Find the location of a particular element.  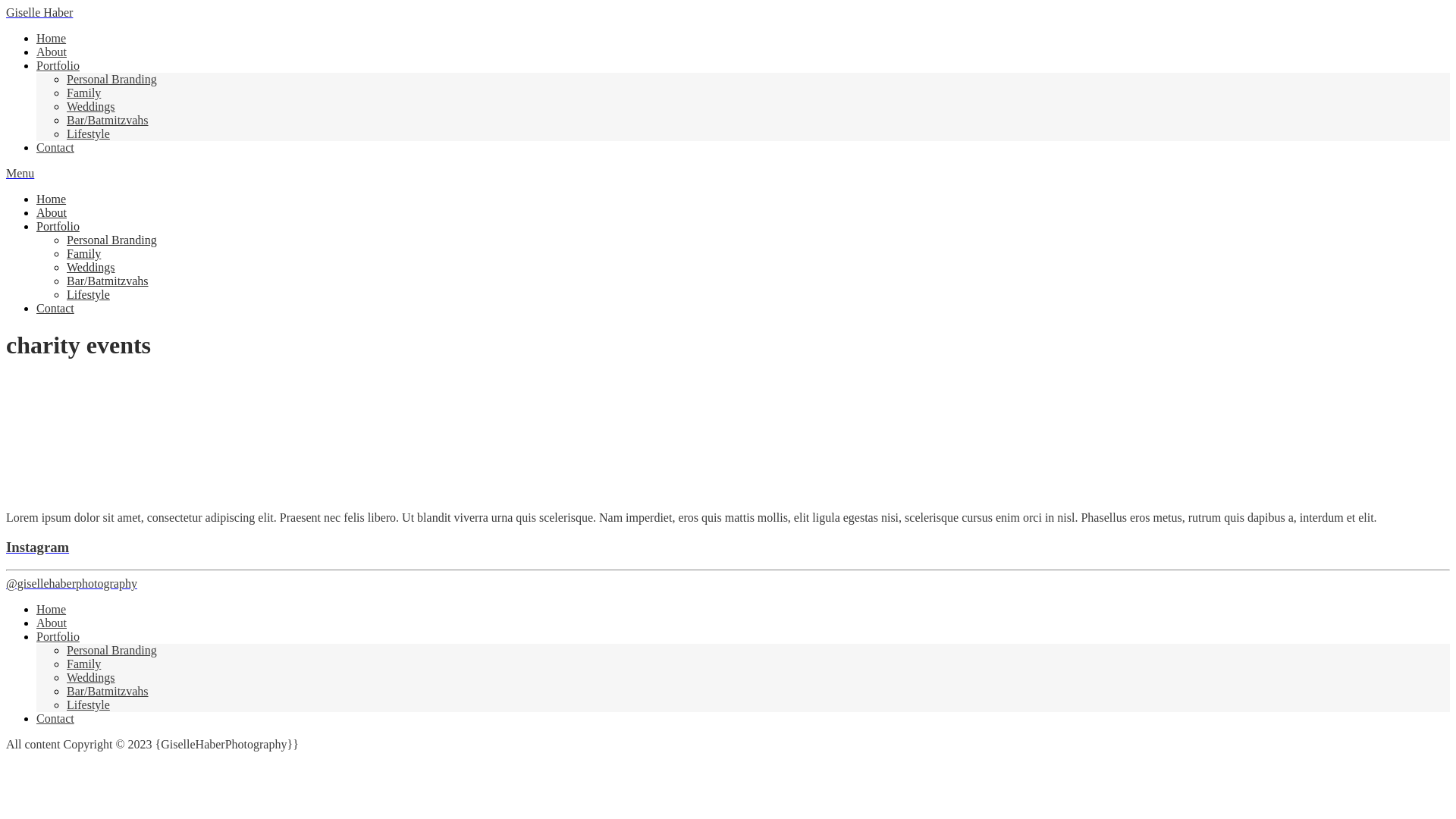

'Personal Branding' is located at coordinates (111, 649).